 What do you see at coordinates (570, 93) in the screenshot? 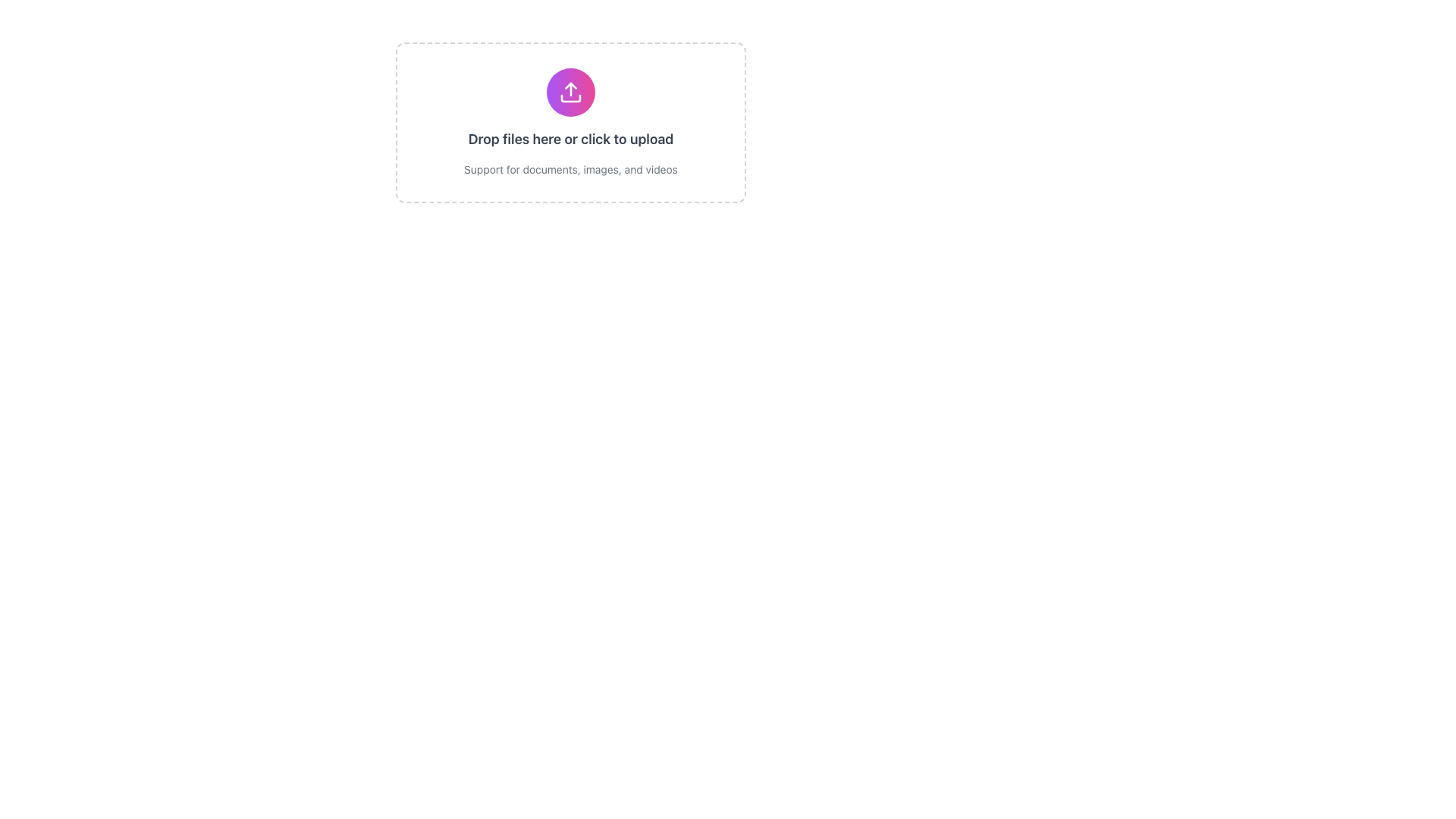
I see `the center of the circular upload button with a gradient background and a white upward-pointing arrow icon` at bounding box center [570, 93].